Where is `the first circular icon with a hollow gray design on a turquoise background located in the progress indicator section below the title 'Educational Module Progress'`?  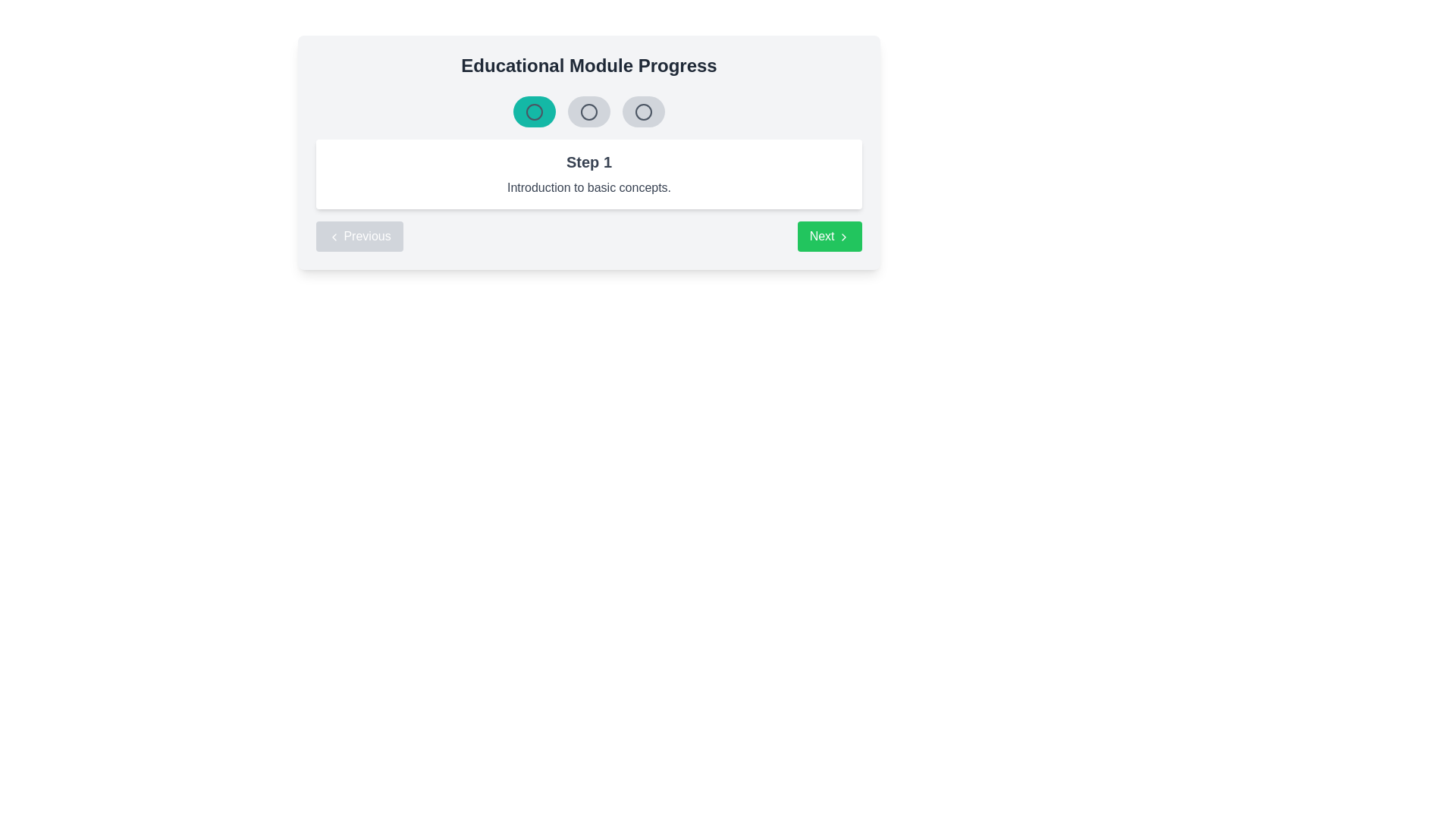 the first circular icon with a hollow gray design on a turquoise background located in the progress indicator section below the title 'Educational Module Progress' is located at coordinates (535, 110).